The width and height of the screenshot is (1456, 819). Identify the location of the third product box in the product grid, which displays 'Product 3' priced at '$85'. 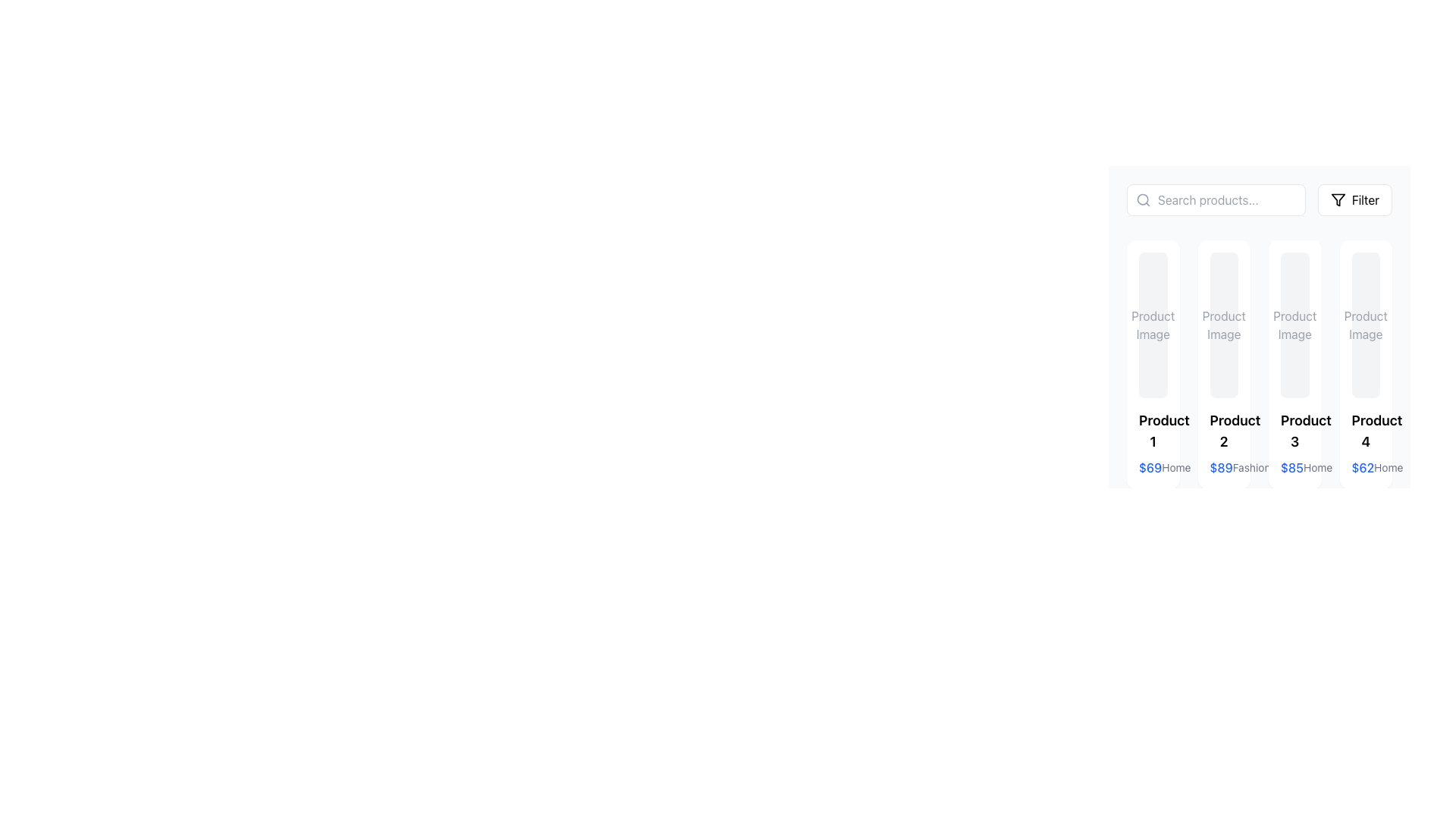
(1259, 317).